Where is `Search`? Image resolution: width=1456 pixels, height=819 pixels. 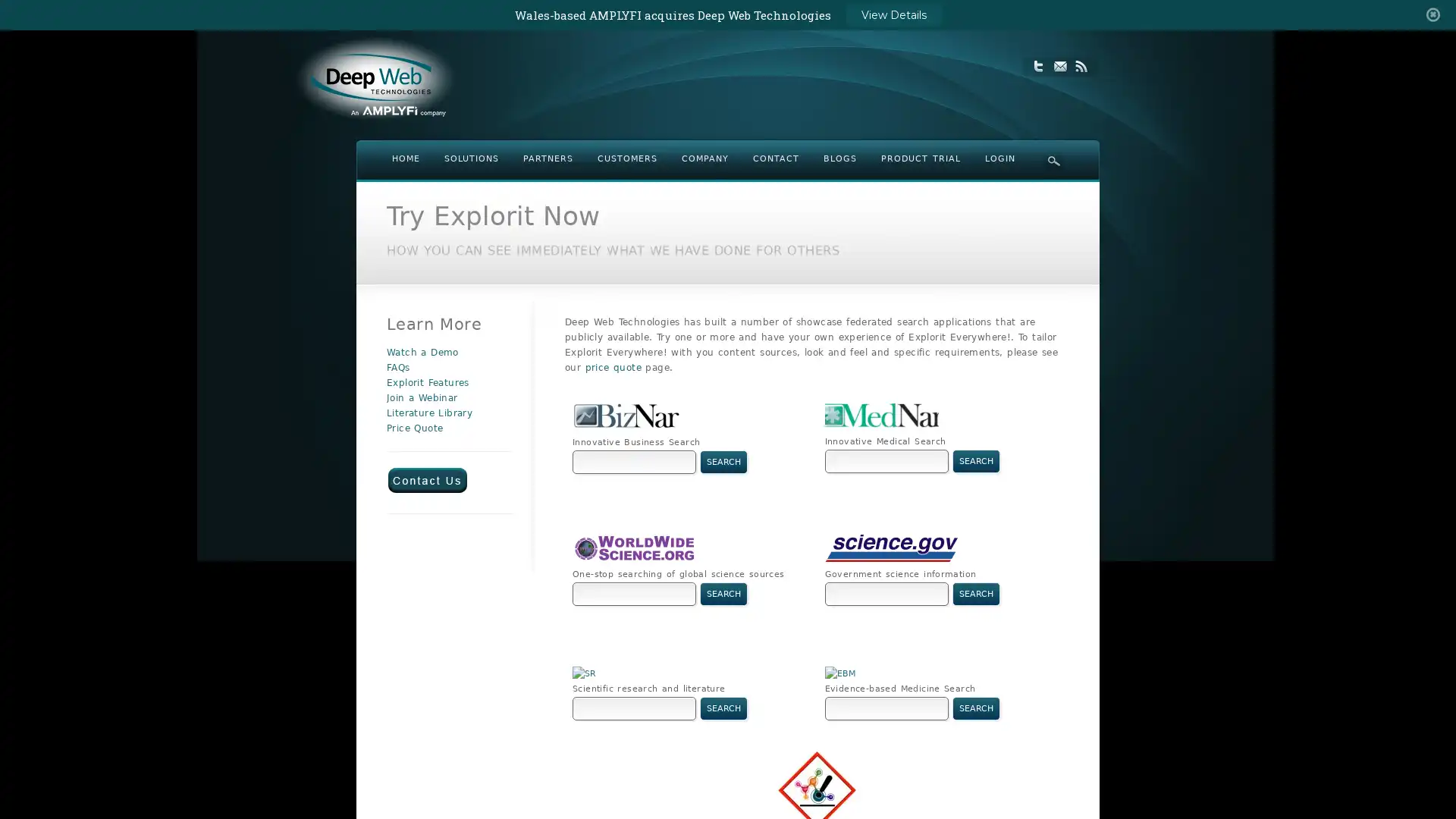
Search is located at coordinates (723, 460).